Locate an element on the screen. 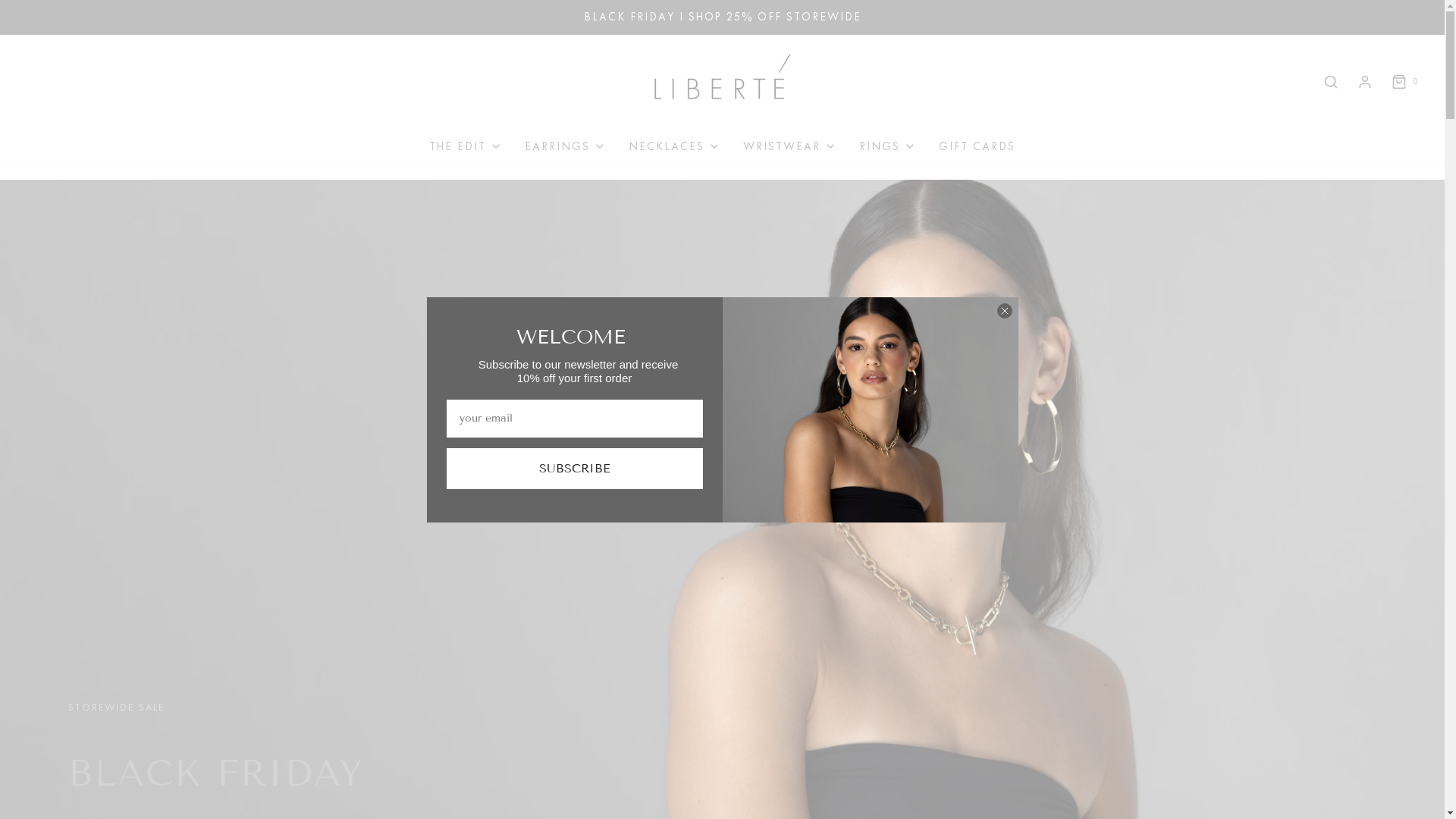  'EARRINGS' is located at coordinates (524, 146).